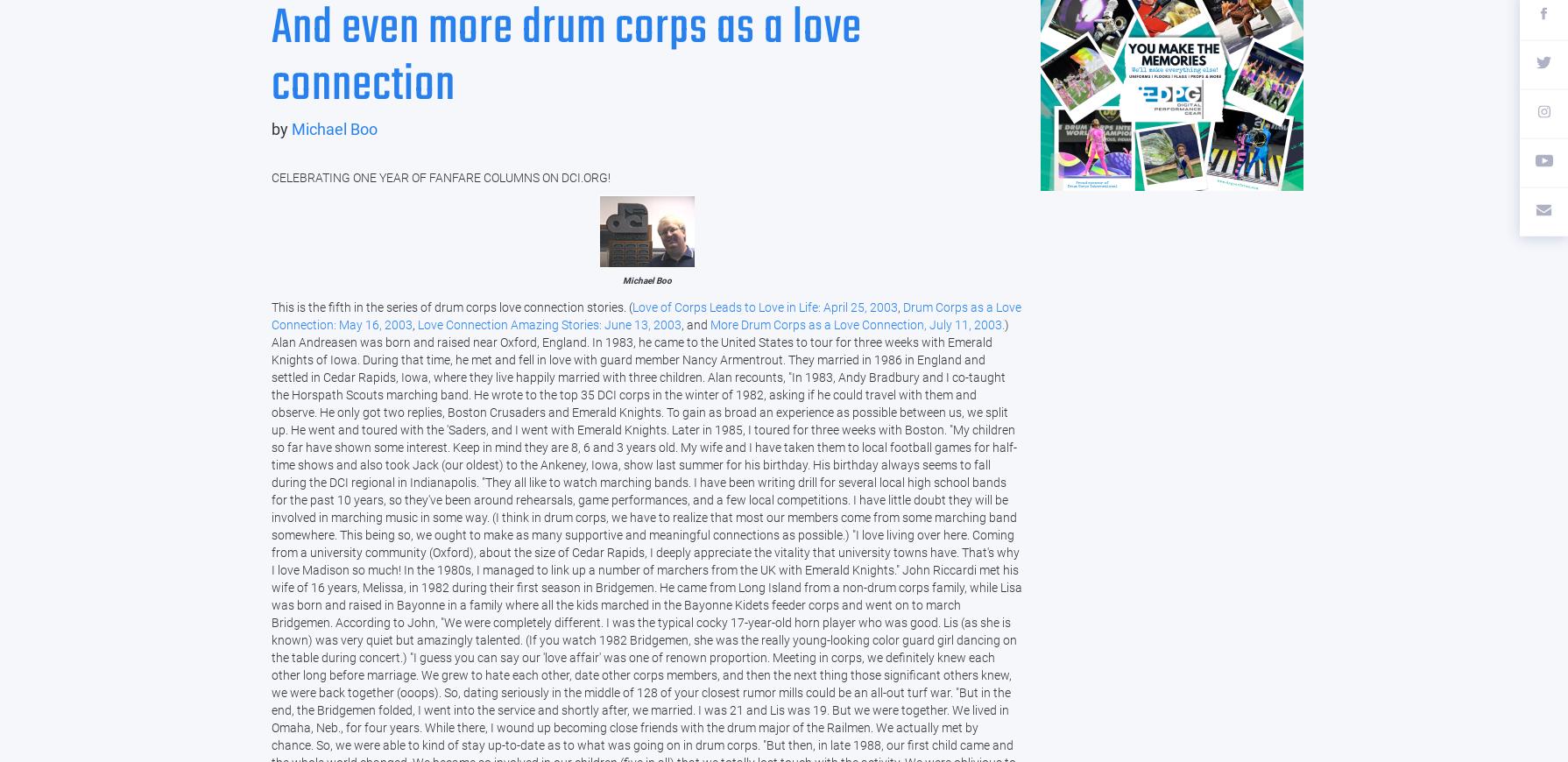 This screenshot has height=762, width=1568. Describe the element at coordinates (857, 324) in the screenshot. I see `'More Drum Corps as a Love Connection, July 11, 2003.'` at that location.